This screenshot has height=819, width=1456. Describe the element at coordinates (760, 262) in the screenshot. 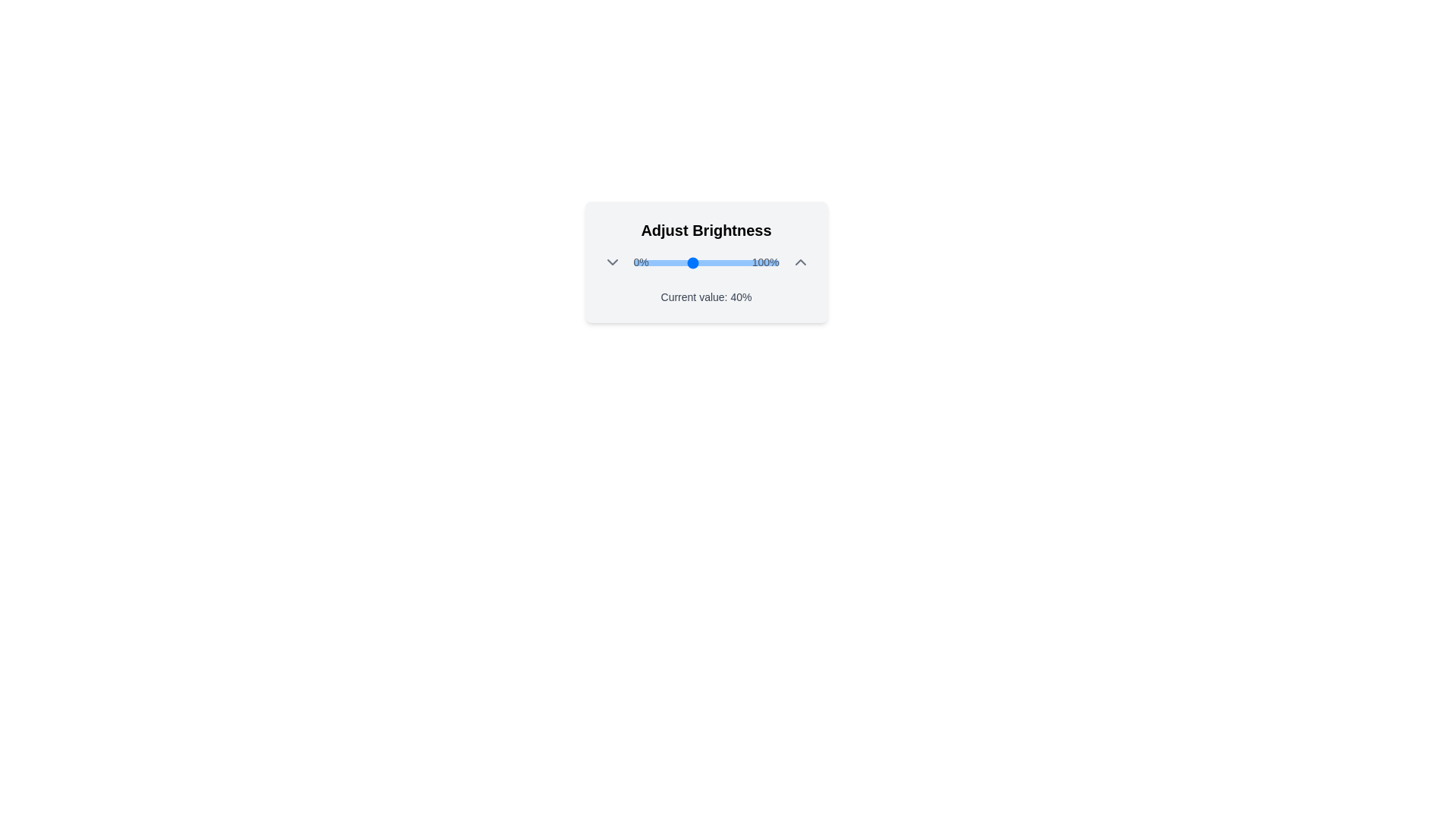

I see `brightness` at that location.